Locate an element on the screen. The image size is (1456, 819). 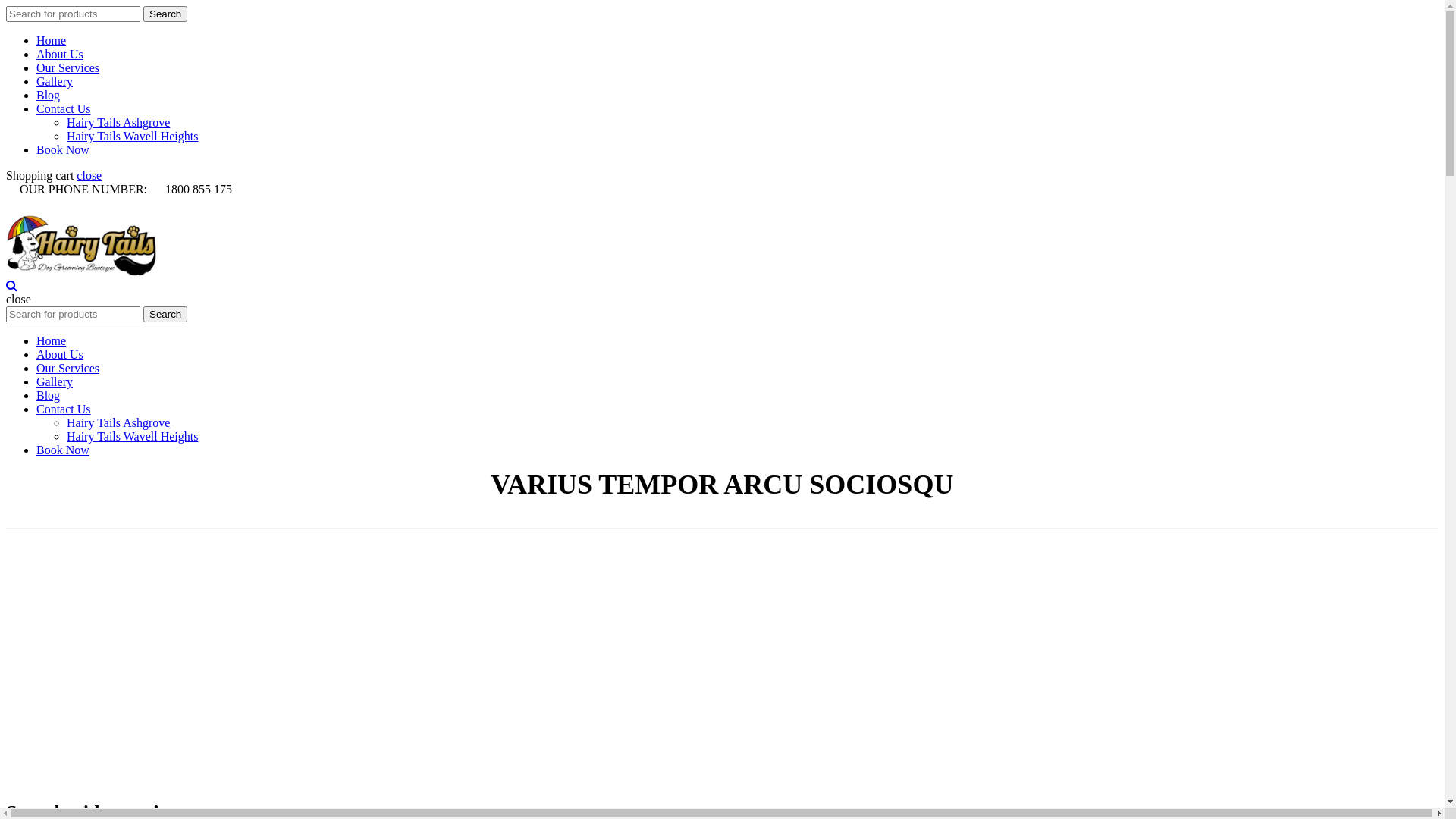
'Gallery' is located at coordinates (55, 81).